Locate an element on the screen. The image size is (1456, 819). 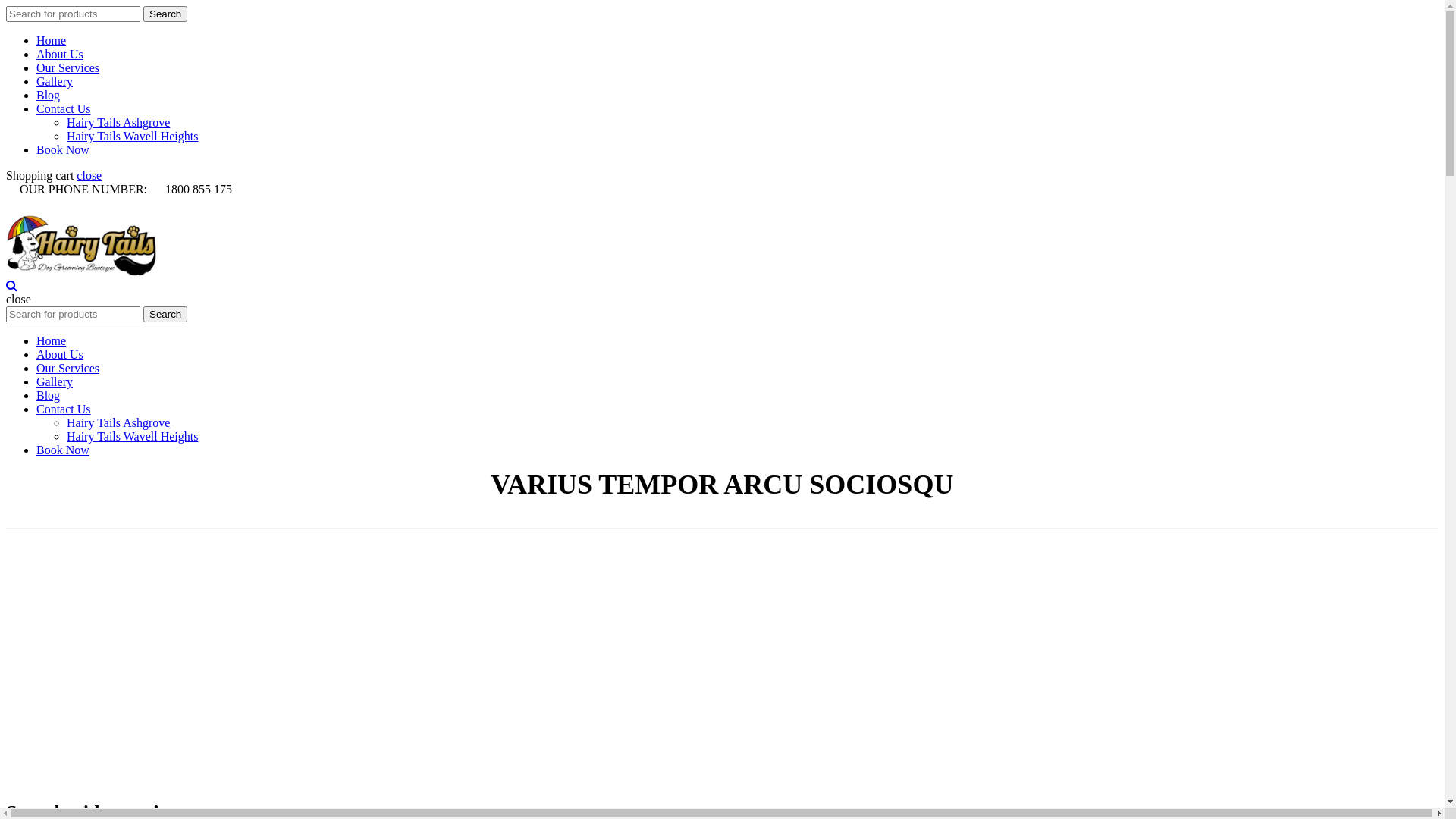
'Gallery' is located at coordinates (55, 81).